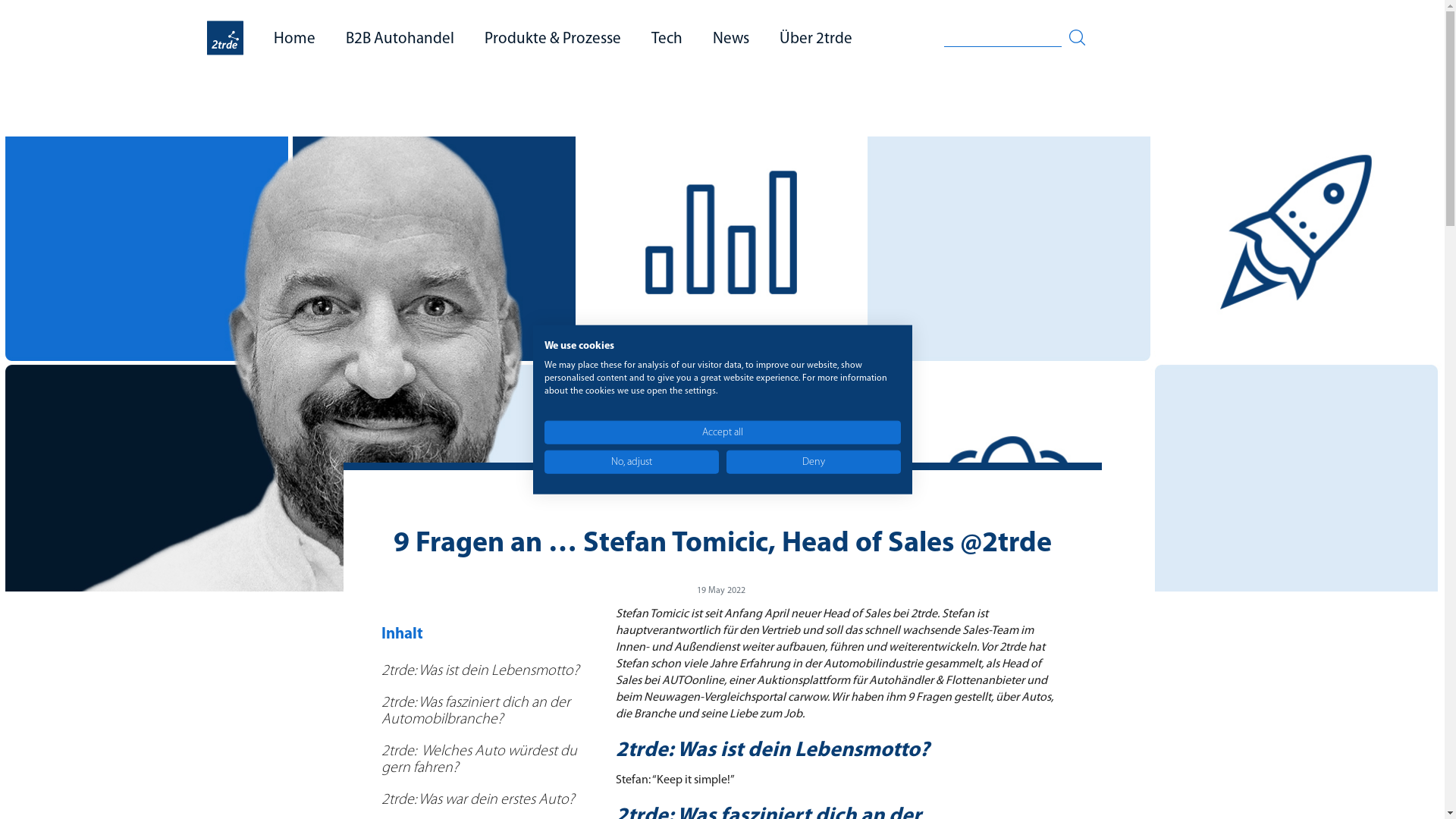  Describe the element at coordinates (712, 37) in the screenshot. I see `'News'` at that location.